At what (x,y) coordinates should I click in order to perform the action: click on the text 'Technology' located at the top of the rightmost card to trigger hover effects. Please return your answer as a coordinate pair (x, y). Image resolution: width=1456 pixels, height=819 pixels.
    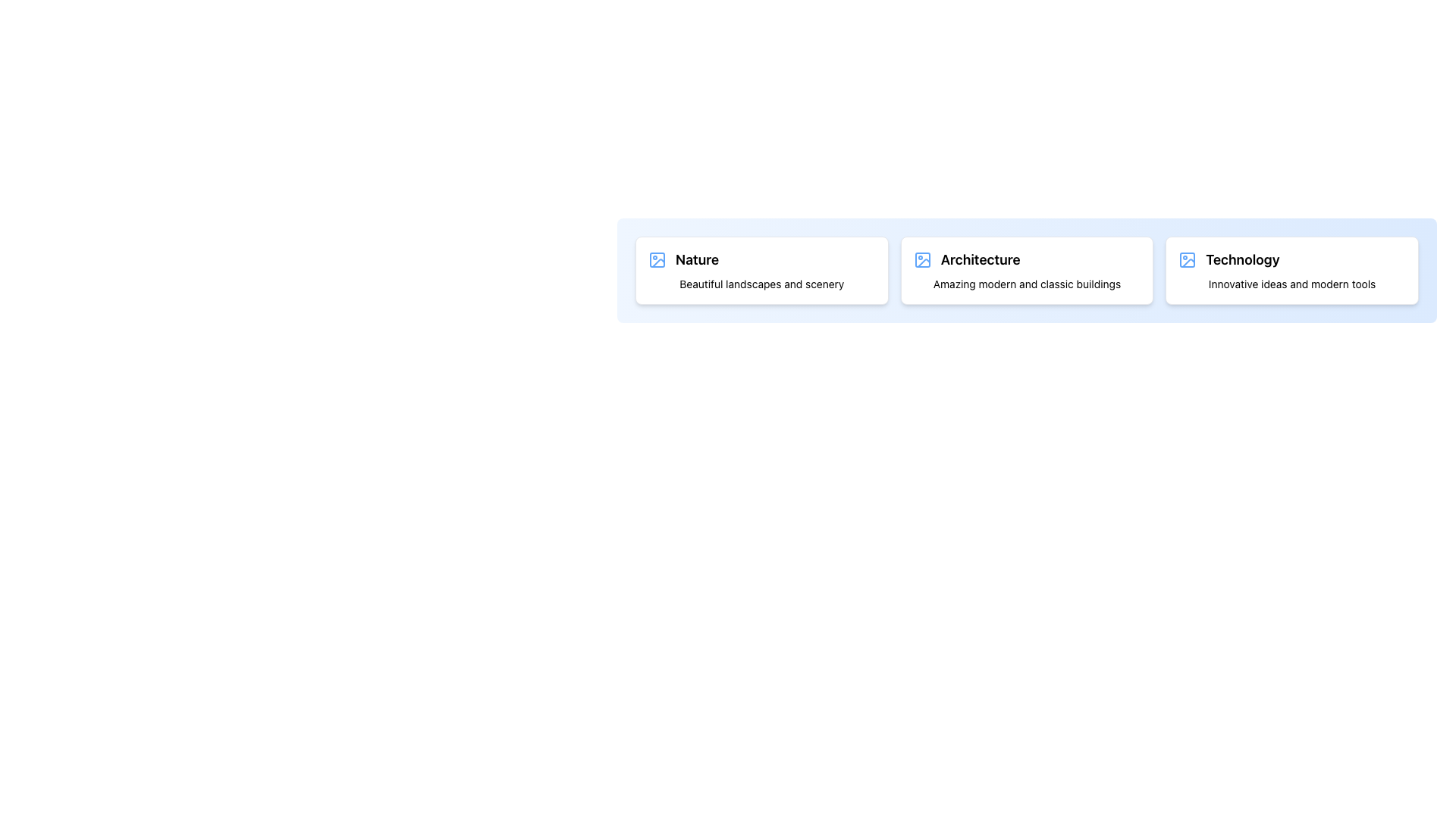
    Looking at the image, I should click on (1242, 259).